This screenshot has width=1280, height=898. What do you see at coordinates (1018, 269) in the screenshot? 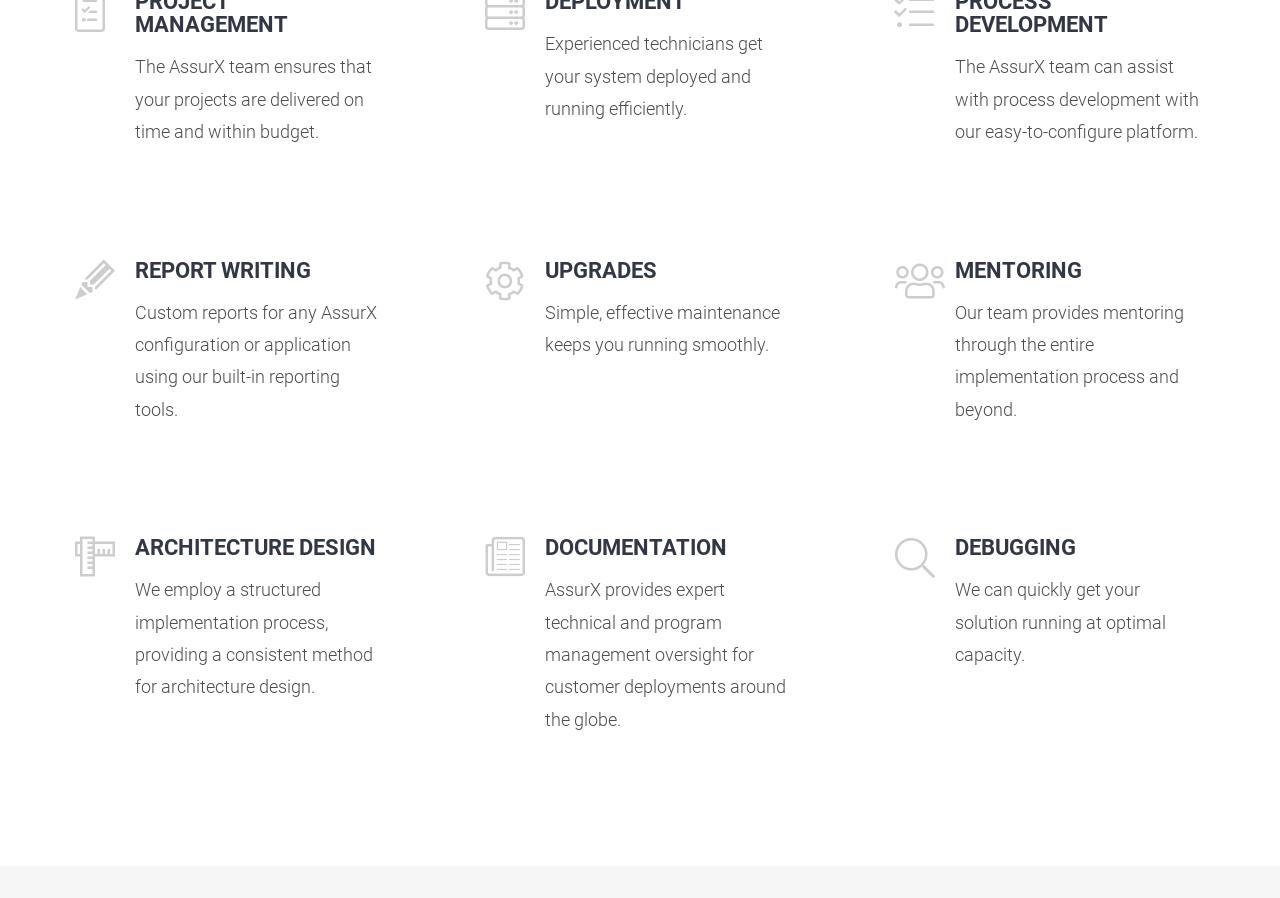
I see `'MENTORING'` at bounding box center [1018, 269].